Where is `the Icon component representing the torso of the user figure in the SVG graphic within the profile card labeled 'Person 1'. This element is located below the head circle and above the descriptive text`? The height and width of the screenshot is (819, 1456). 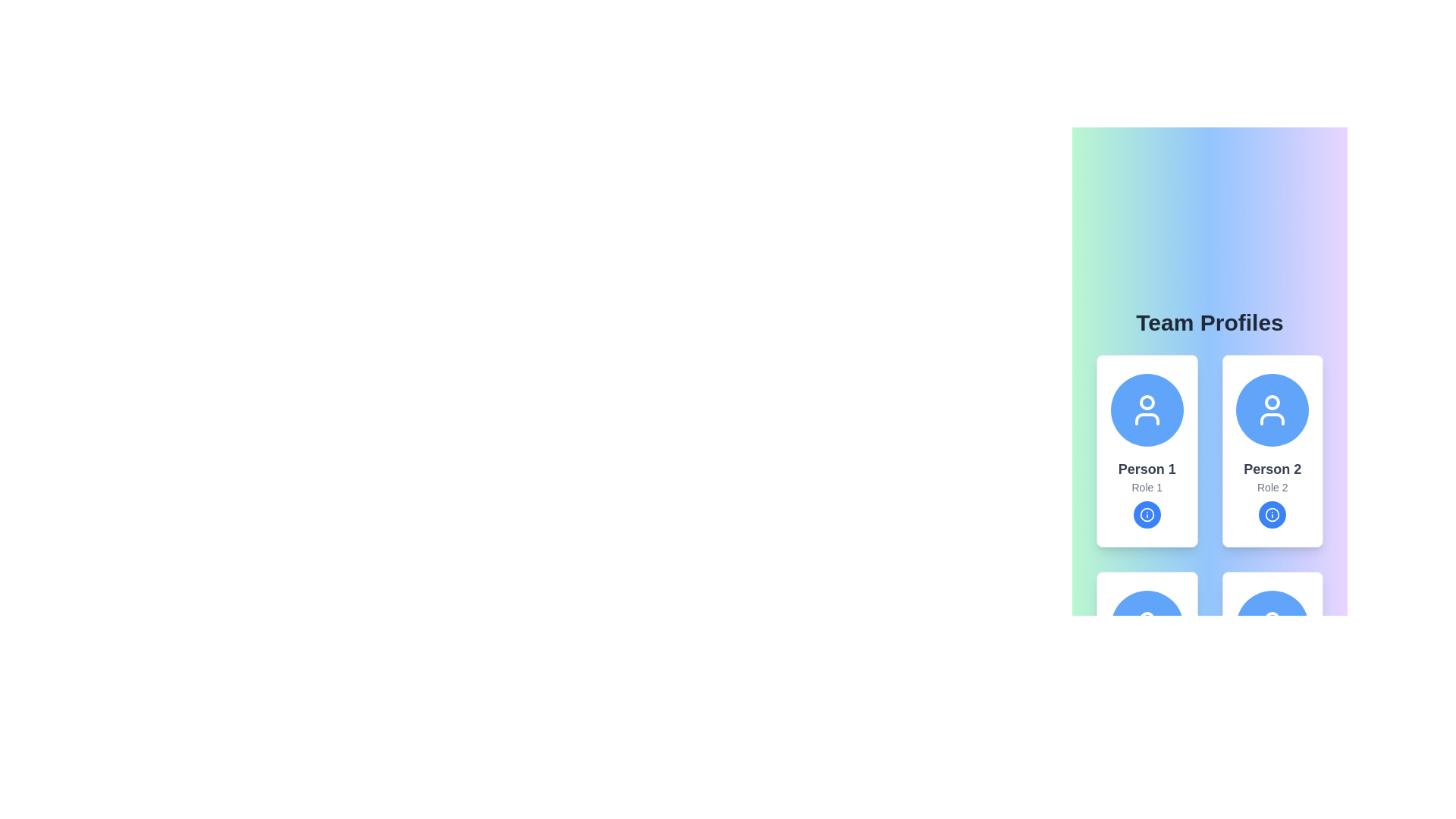 the Icon component representing the torso of the user figure in the SVG graphic within the profile card labeled 'Person 1'. This element is located below the head circle and above the descriptive text is located at coordinates (1147, 419).